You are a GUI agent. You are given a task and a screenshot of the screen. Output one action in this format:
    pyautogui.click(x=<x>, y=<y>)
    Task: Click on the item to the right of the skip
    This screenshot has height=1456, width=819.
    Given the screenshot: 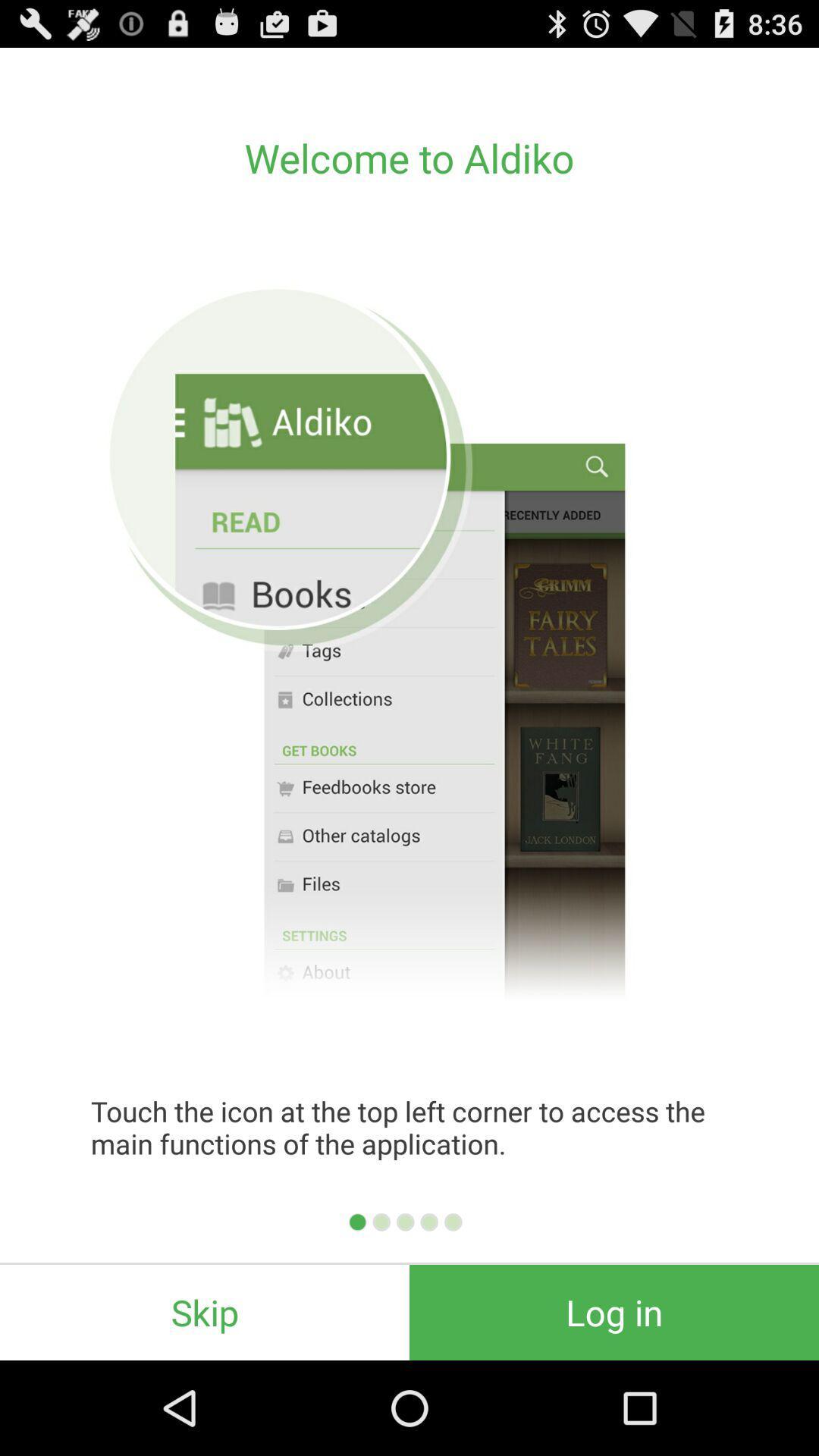 What is the action you would take?
    pyautogui.click(x=614, y=1312)
    